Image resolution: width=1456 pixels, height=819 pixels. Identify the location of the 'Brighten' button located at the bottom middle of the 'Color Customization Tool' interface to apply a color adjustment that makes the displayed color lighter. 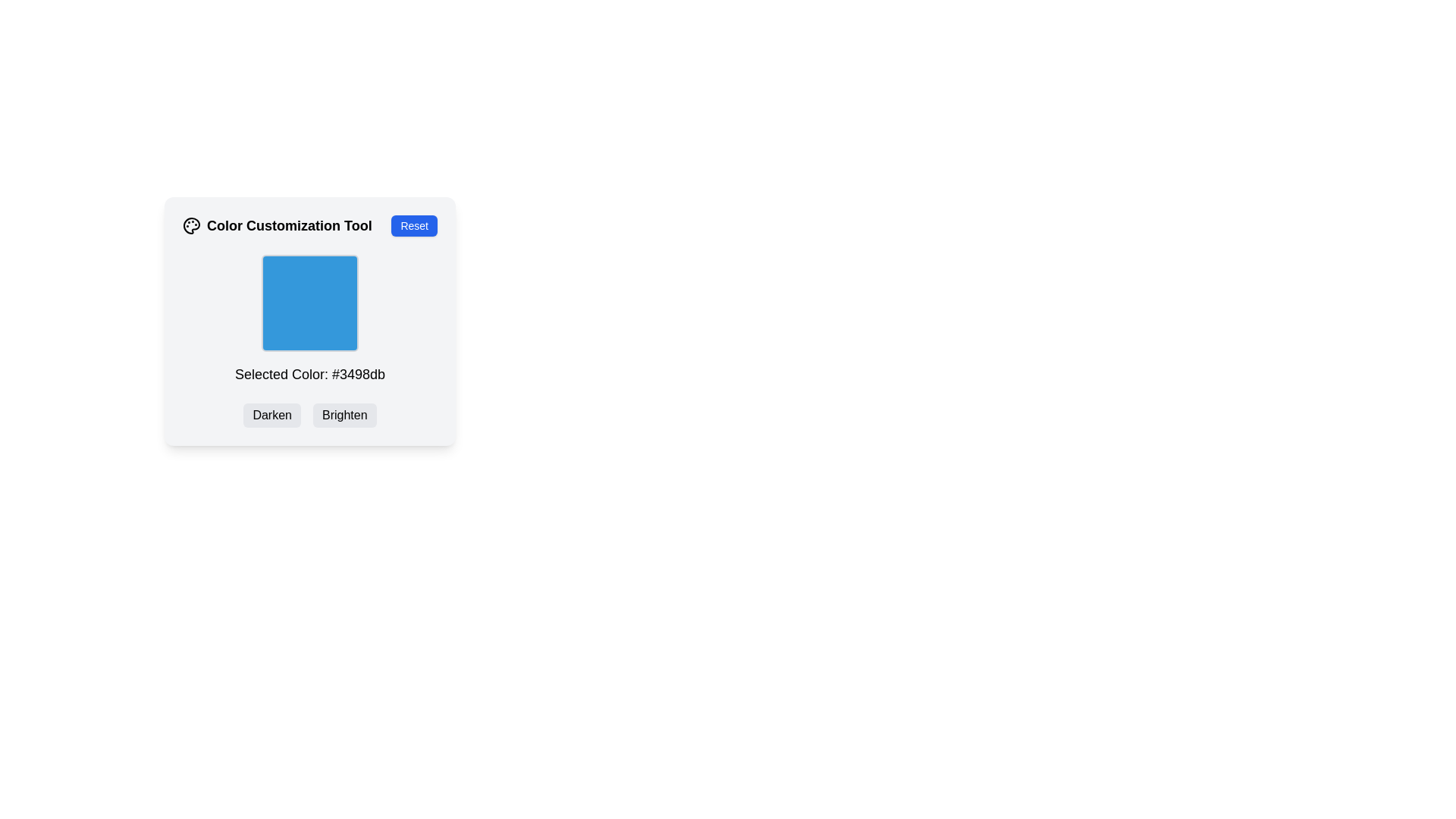
(344, 415).